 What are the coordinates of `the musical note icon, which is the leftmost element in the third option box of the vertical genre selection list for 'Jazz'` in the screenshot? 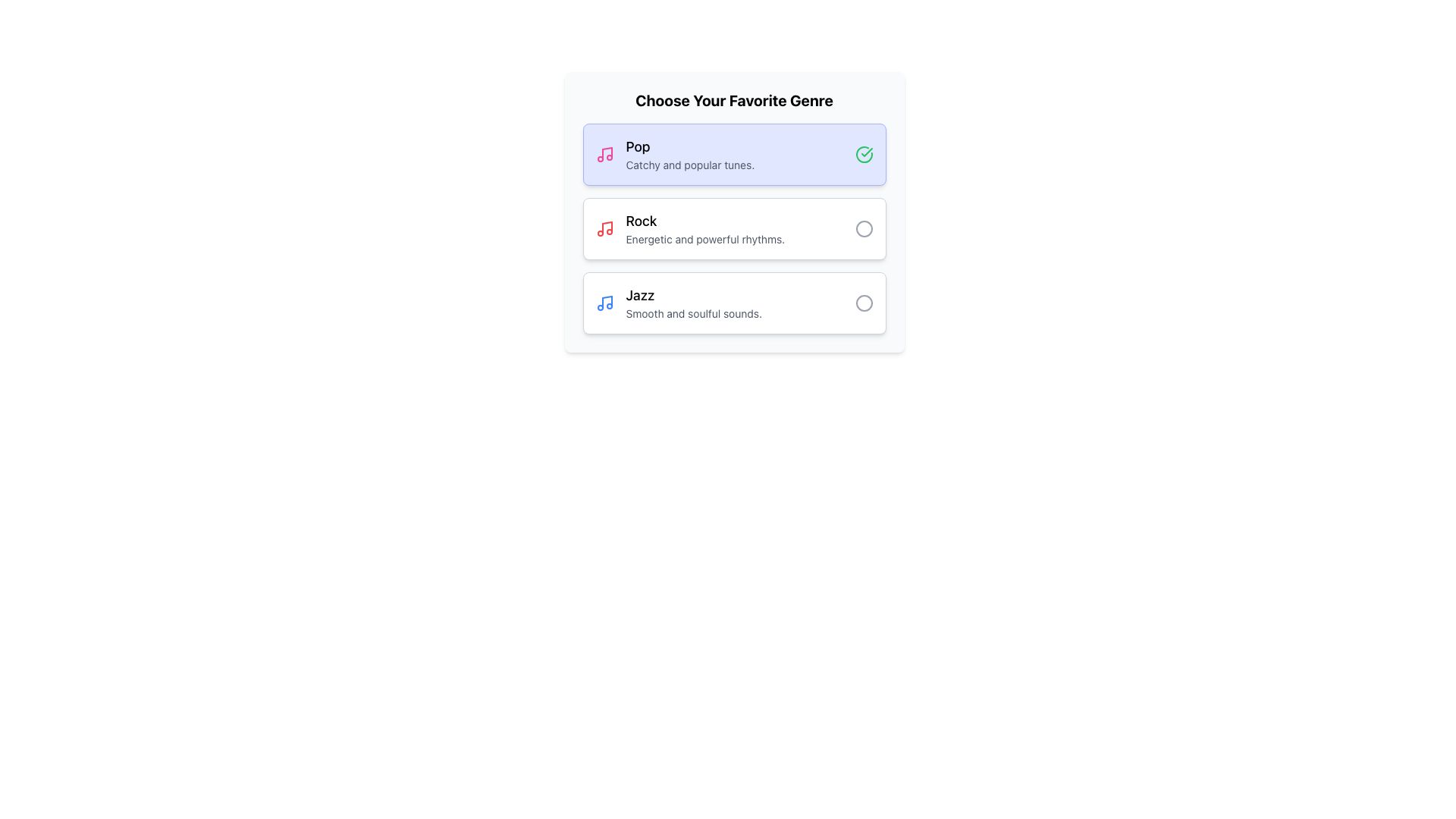 It's located at (604, 303).